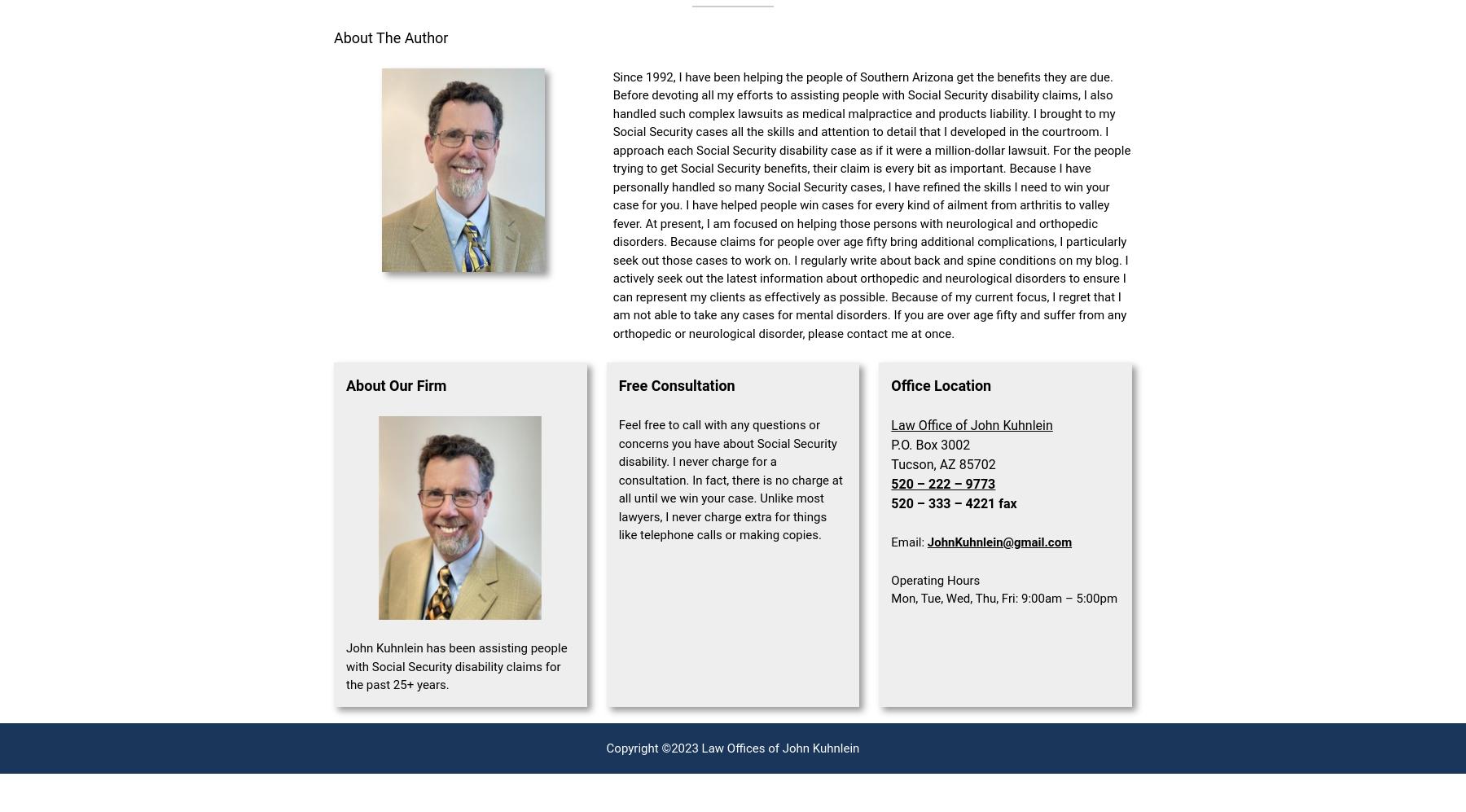 The image size is (1466, 812). Describe the element at coordinates (390, 37) in the screenshot. I see `'About The Author'` at that location.